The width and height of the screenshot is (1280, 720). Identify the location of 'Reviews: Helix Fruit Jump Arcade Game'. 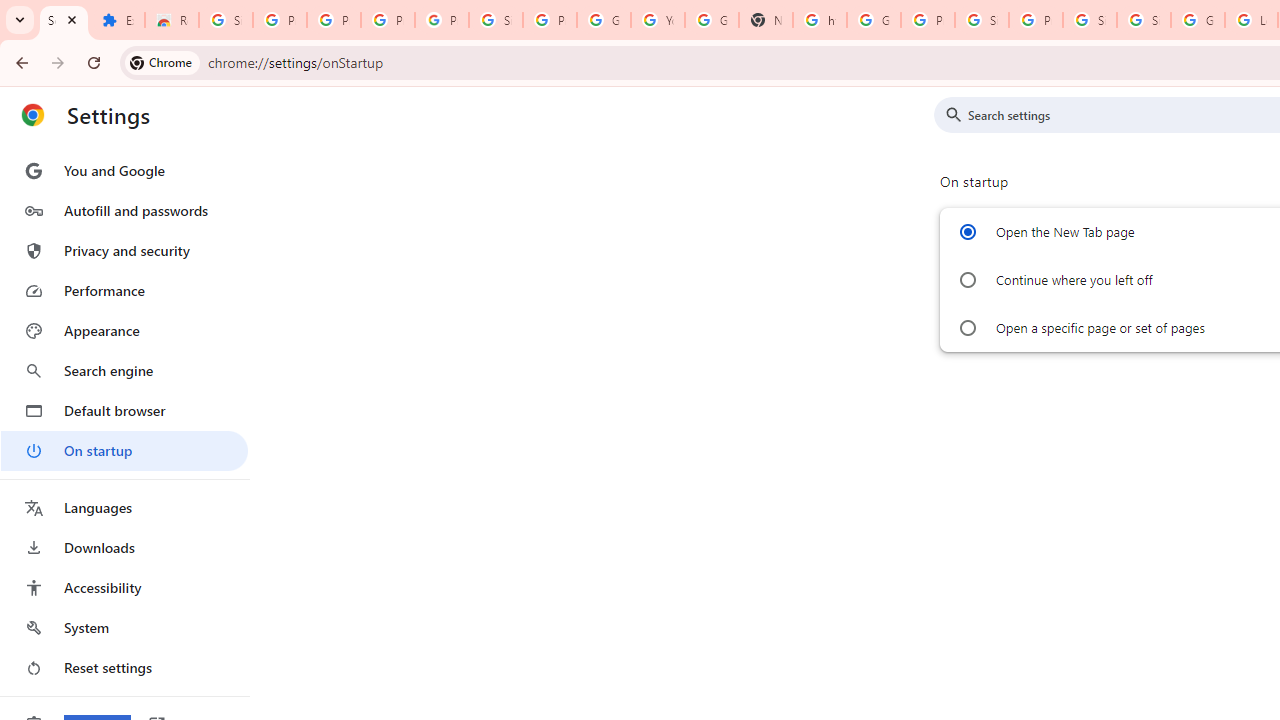
(171, 20).